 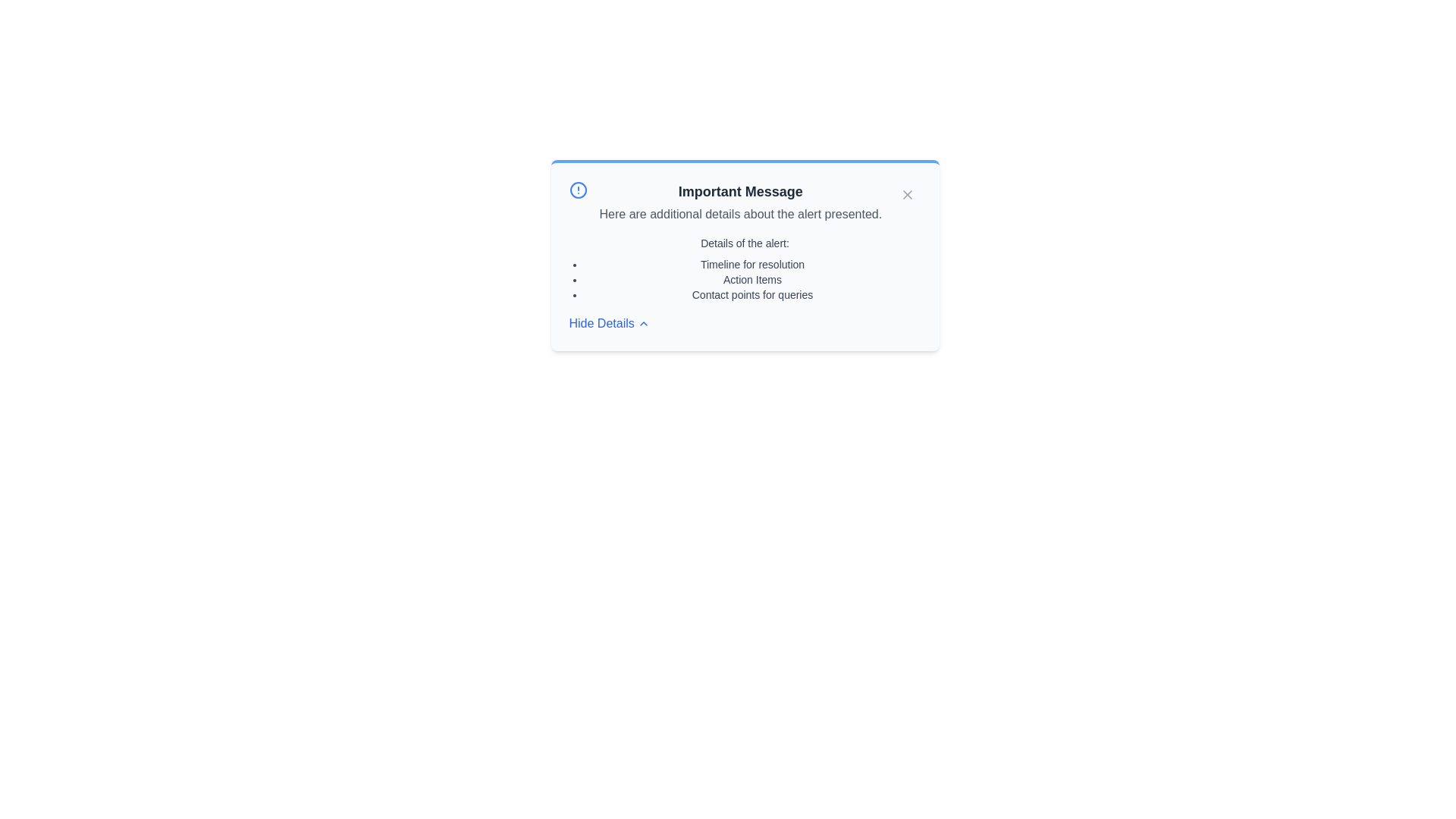 What do you see at coordinates (907, 194) in the screenshot?
I see `the 'X' icon in the top-right corner of the card labeled 'Important Message'` at bounding box center [907, 194].